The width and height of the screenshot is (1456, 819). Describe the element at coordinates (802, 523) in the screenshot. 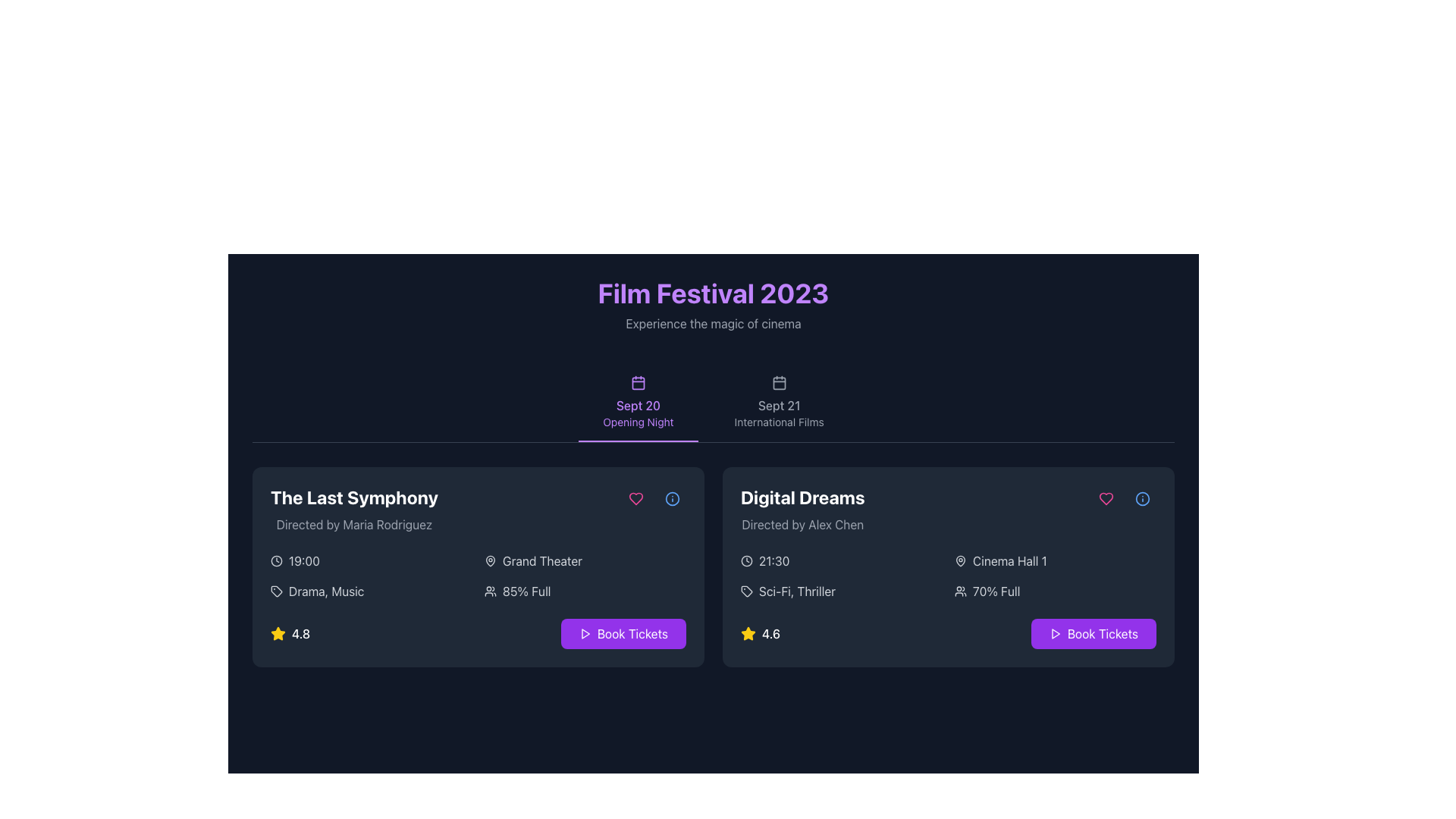

I see `the text label reading 'Directed by Alex Chen', which is styled in gray and located below the title 'Digital Dreams'` at that location.